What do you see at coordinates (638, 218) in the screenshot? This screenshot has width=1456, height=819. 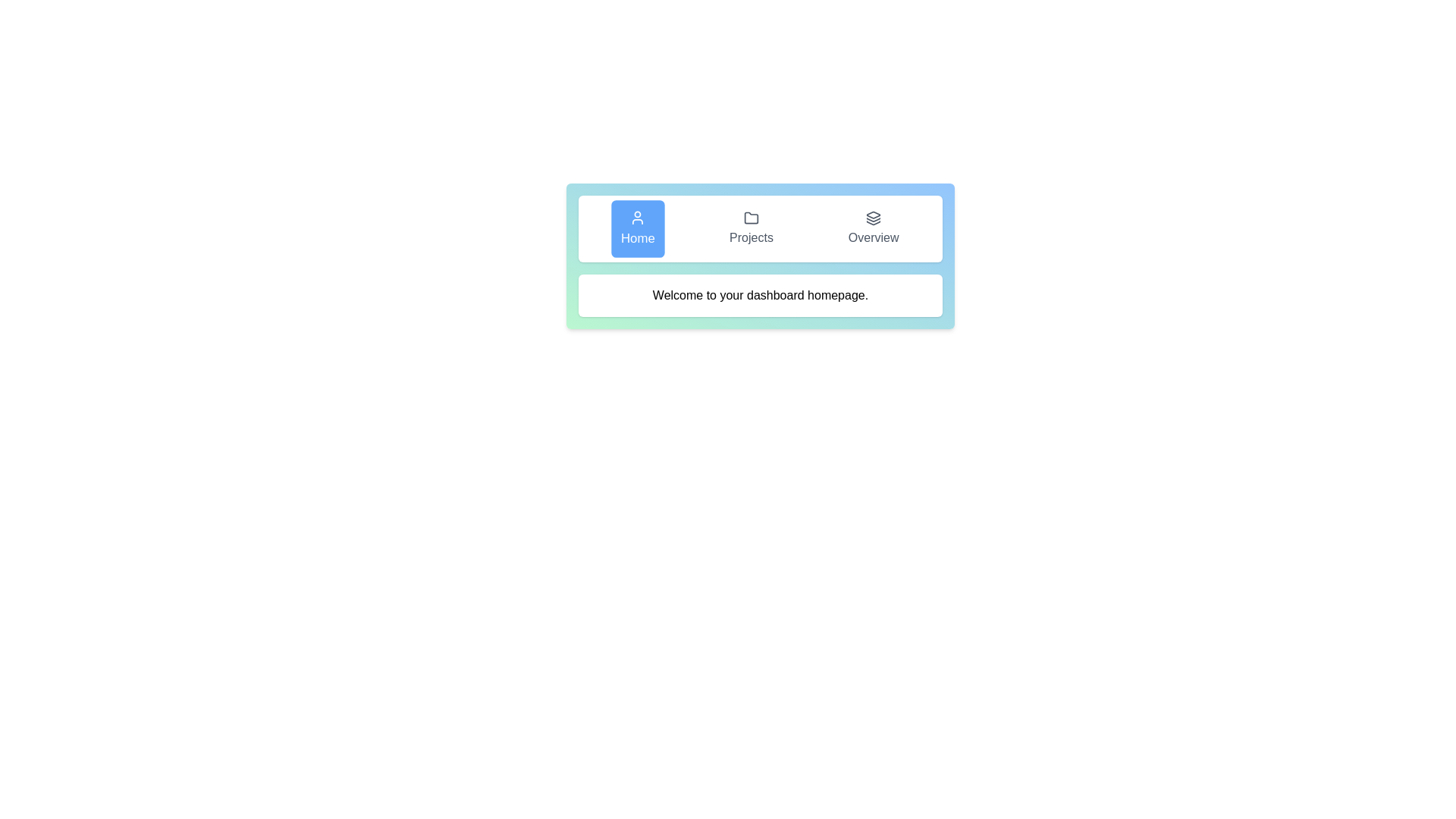 I see `the 'Home' graphic icon located in the top-left corner of the navigation menu, which represents the home functionality` at bounding box center [638, 218].